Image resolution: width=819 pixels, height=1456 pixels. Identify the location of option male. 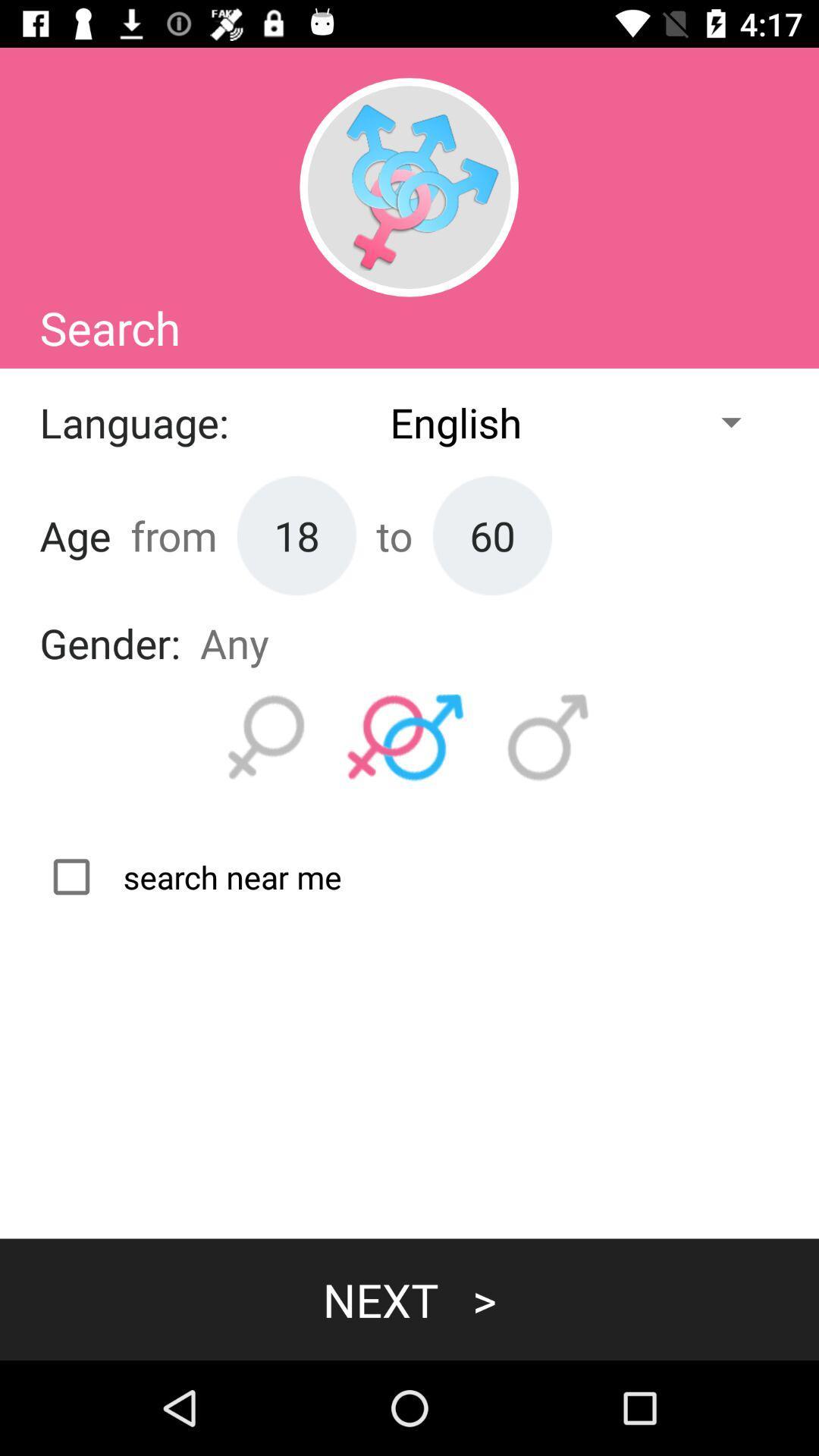
(548, 738).